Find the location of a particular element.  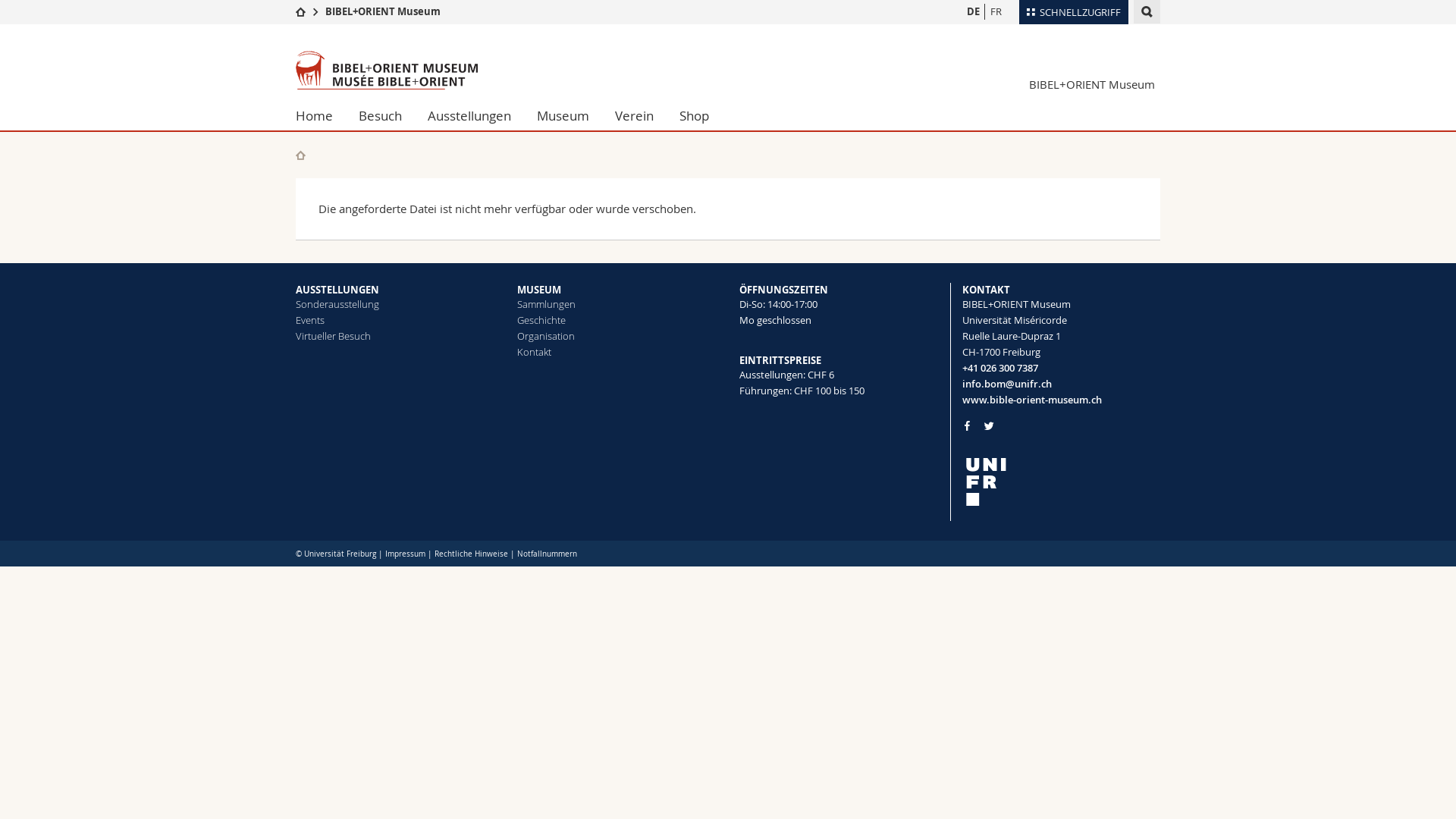

'www.bible-orient-museum.ch' is located at coordinates (1059, 399).